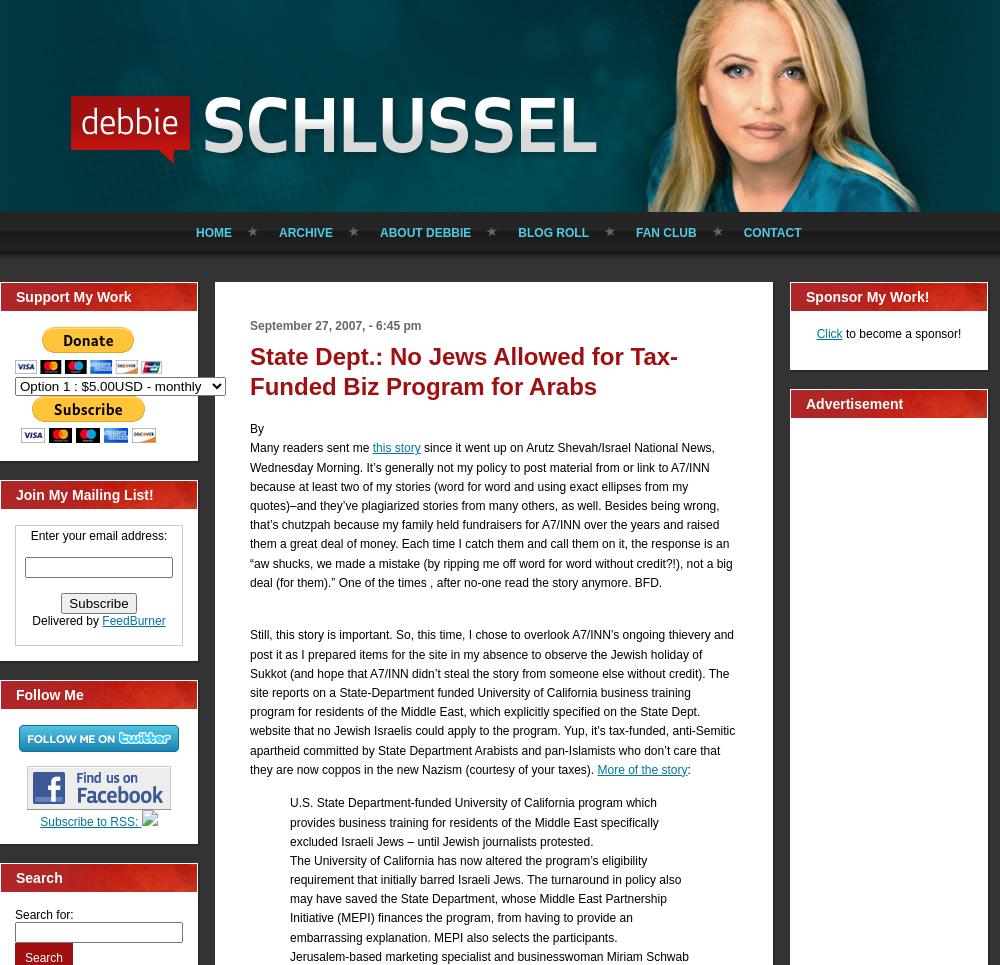  I want to click on 'The University of California has now altered the program’s eligibility requirement that initially barred Israeli Jews. The turnaround in policy also may have saved the State Department, whose Middle East Partnership Initiative (MEPI) finances the program, from having to provide an embarrassing explanation. MEPI also selects the participants.', so click(484, 897).